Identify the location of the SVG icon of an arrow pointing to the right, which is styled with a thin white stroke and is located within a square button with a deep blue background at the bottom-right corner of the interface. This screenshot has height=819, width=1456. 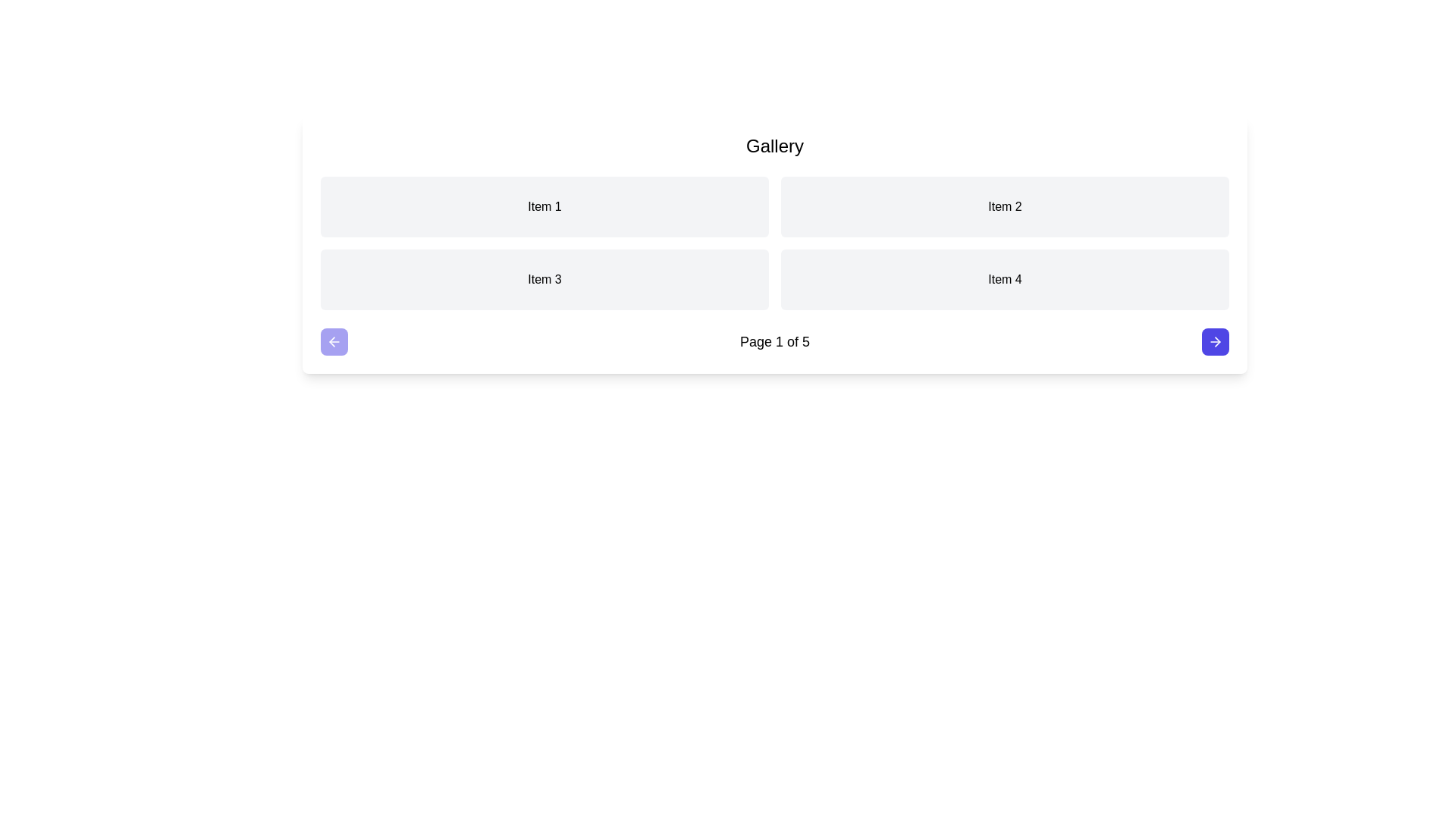
(1216, 342).